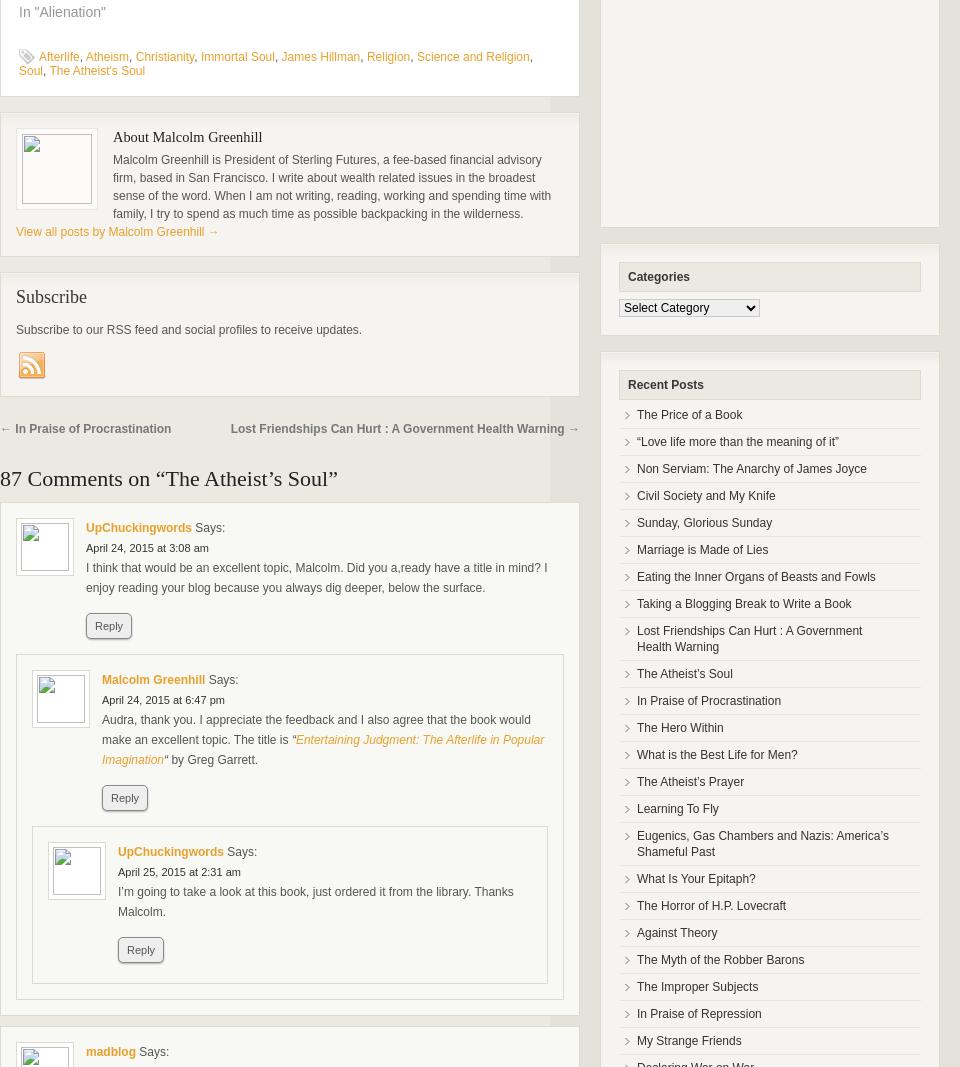 This screenshot has height=1067, width=960. I want to click on 'Malcolm Greenhill is President of Sterling Futures, a fee-based financial advisory firm, based in San Francisco.  I write about wealth related issues in the broadest sense of the word.

When I am not writing, reading, working and spending time with family, I try to spend as much  time as possible backpacking in the wilderness.', so click(331, 187).